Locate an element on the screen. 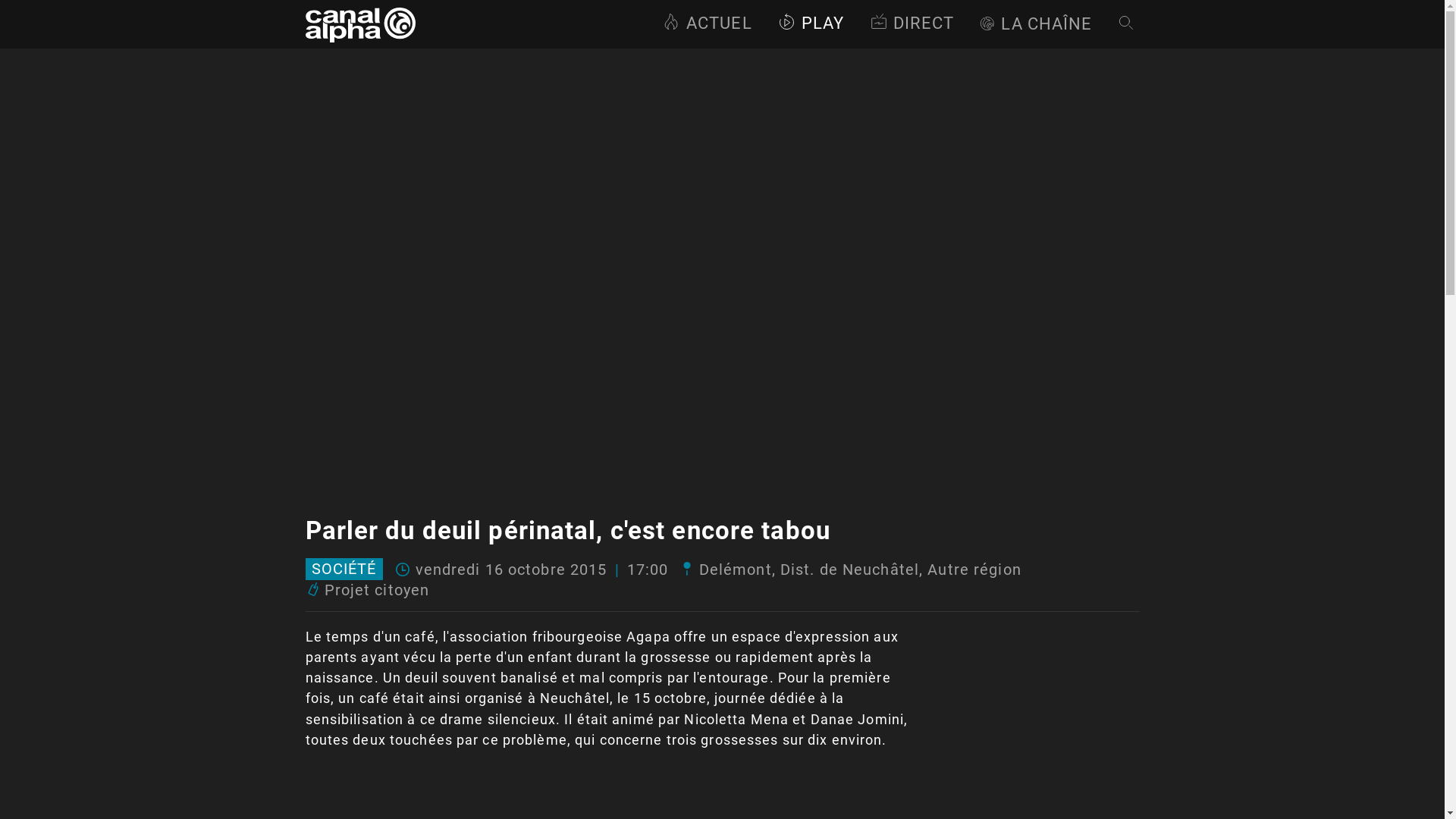  'Projet citoyen' is located at coordinates (377, 589).